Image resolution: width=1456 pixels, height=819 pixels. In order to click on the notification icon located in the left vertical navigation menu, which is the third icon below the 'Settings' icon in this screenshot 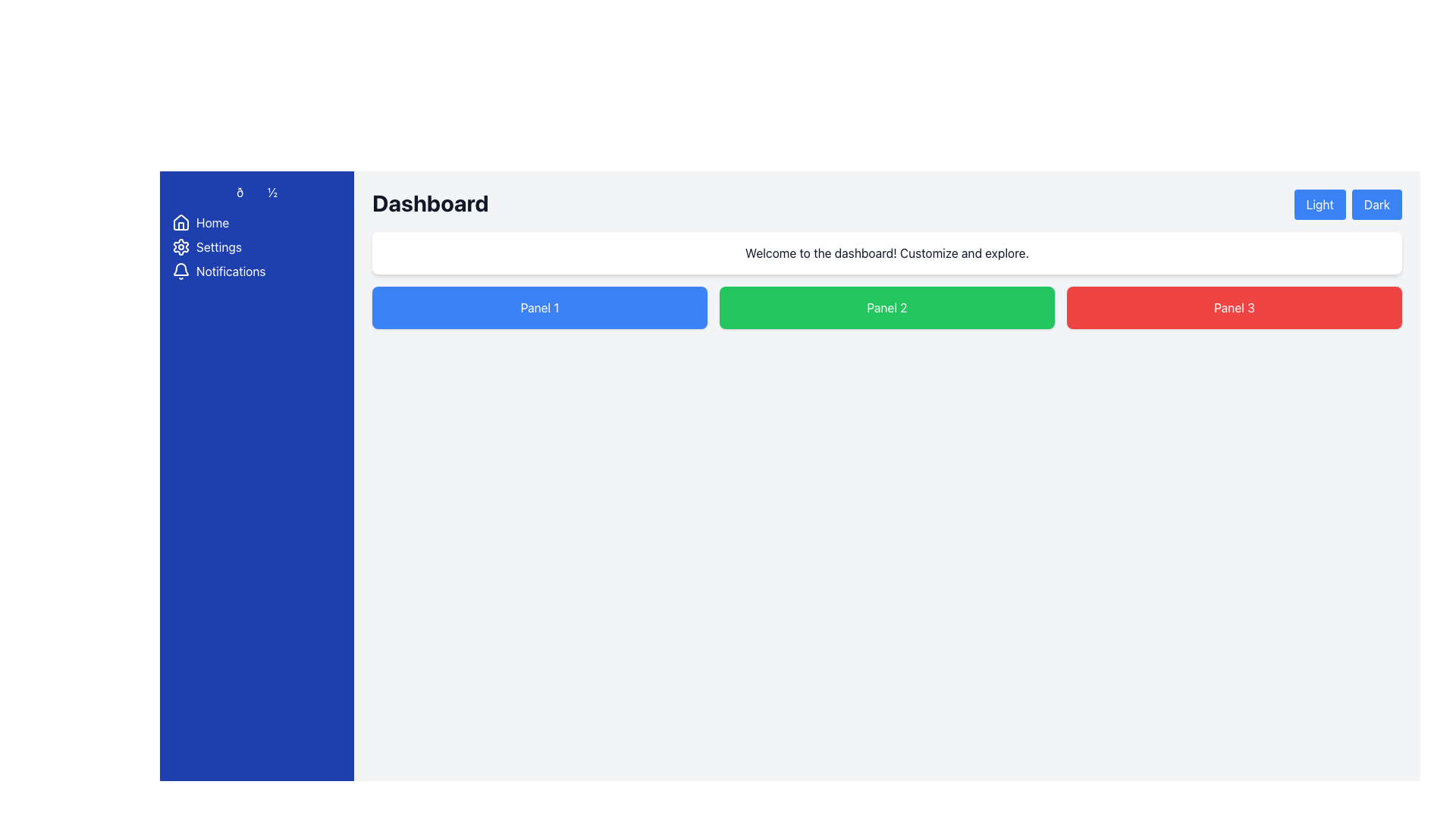, I will do `click(181, 268)`.